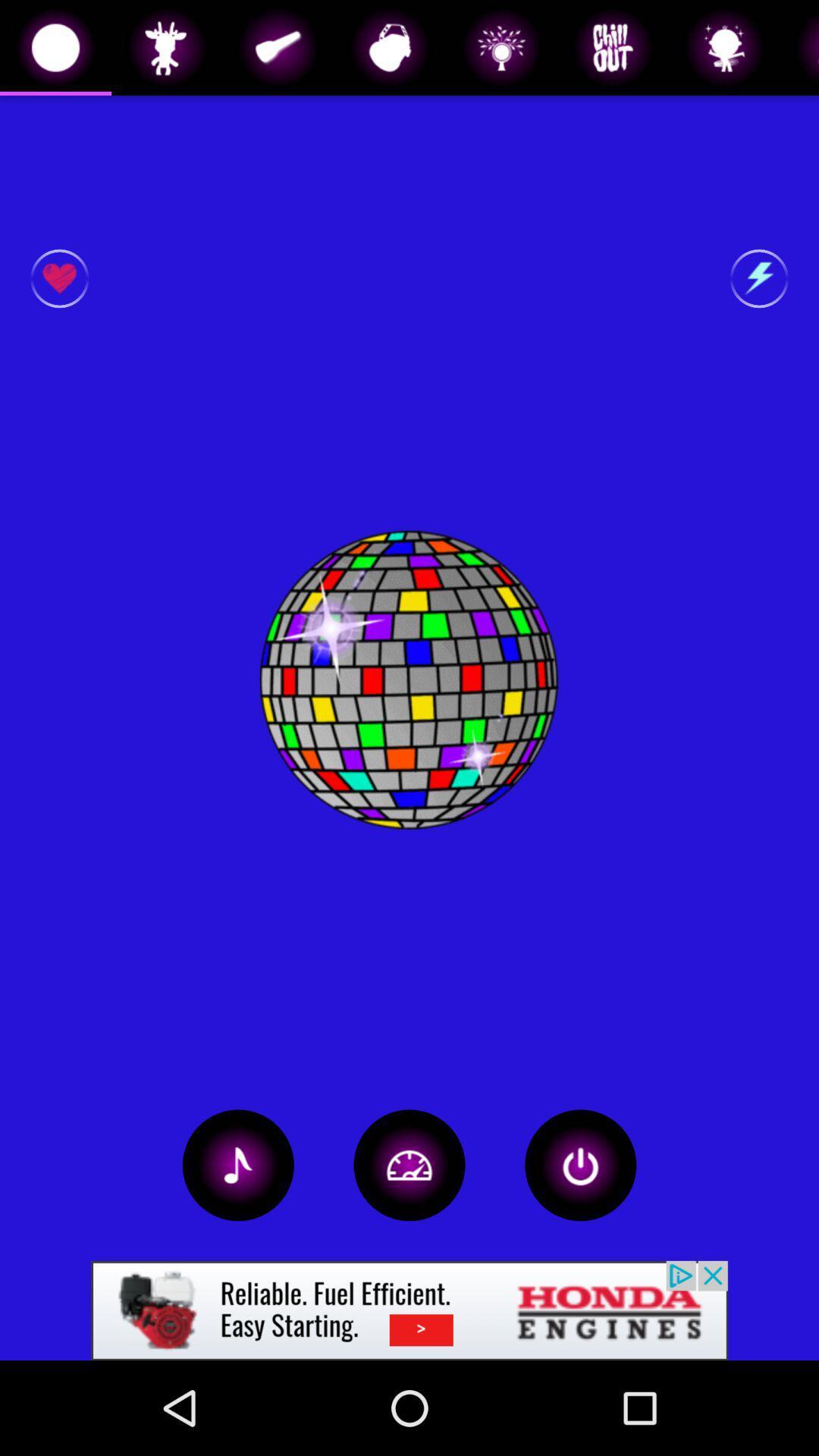  What do you see at coordinates (58, 278) in the screenshot?
I see `like button` at bounding box center [58, 278].